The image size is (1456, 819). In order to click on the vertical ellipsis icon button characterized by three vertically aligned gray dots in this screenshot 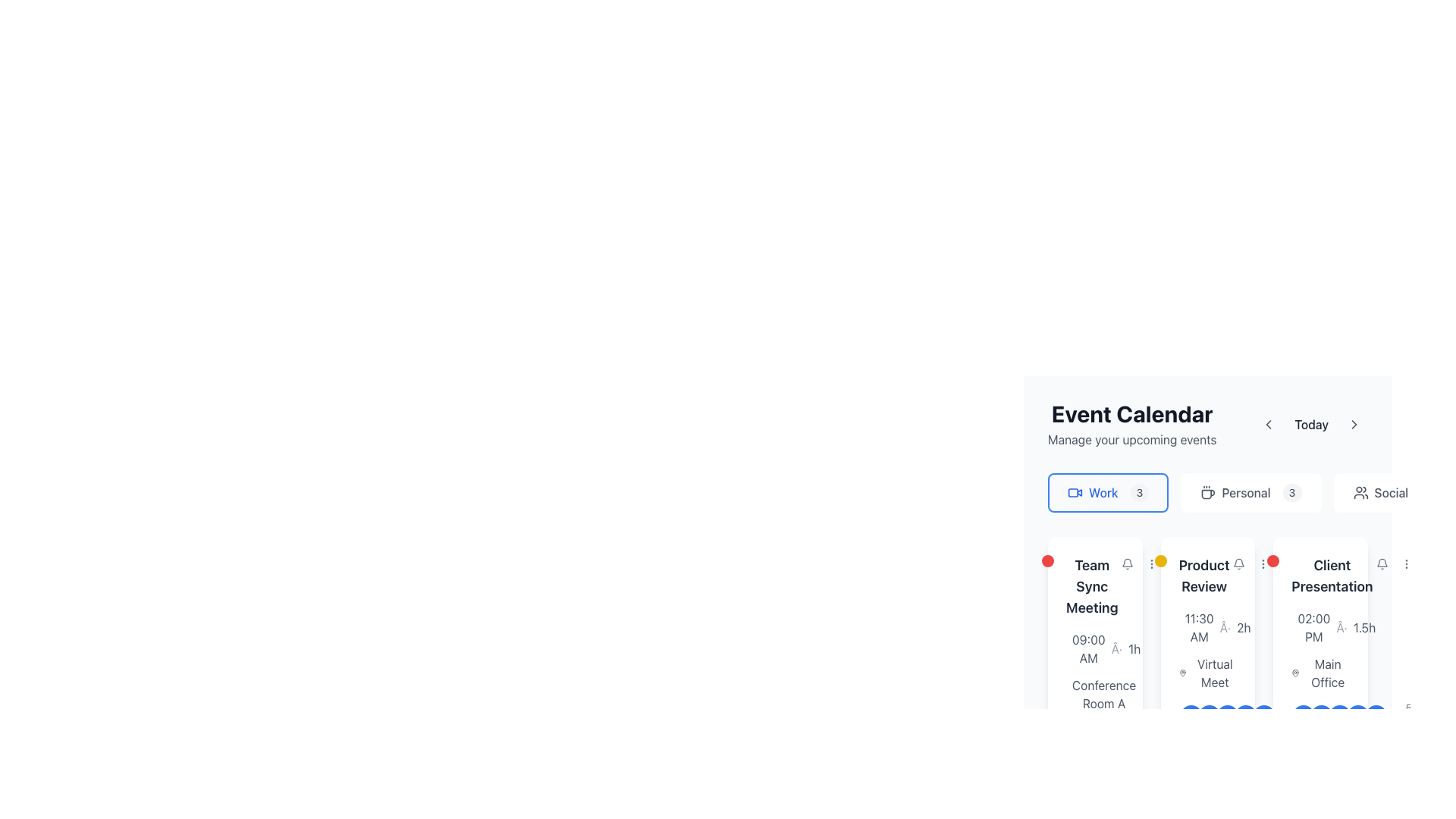, I will do `click(1405, 564)`.